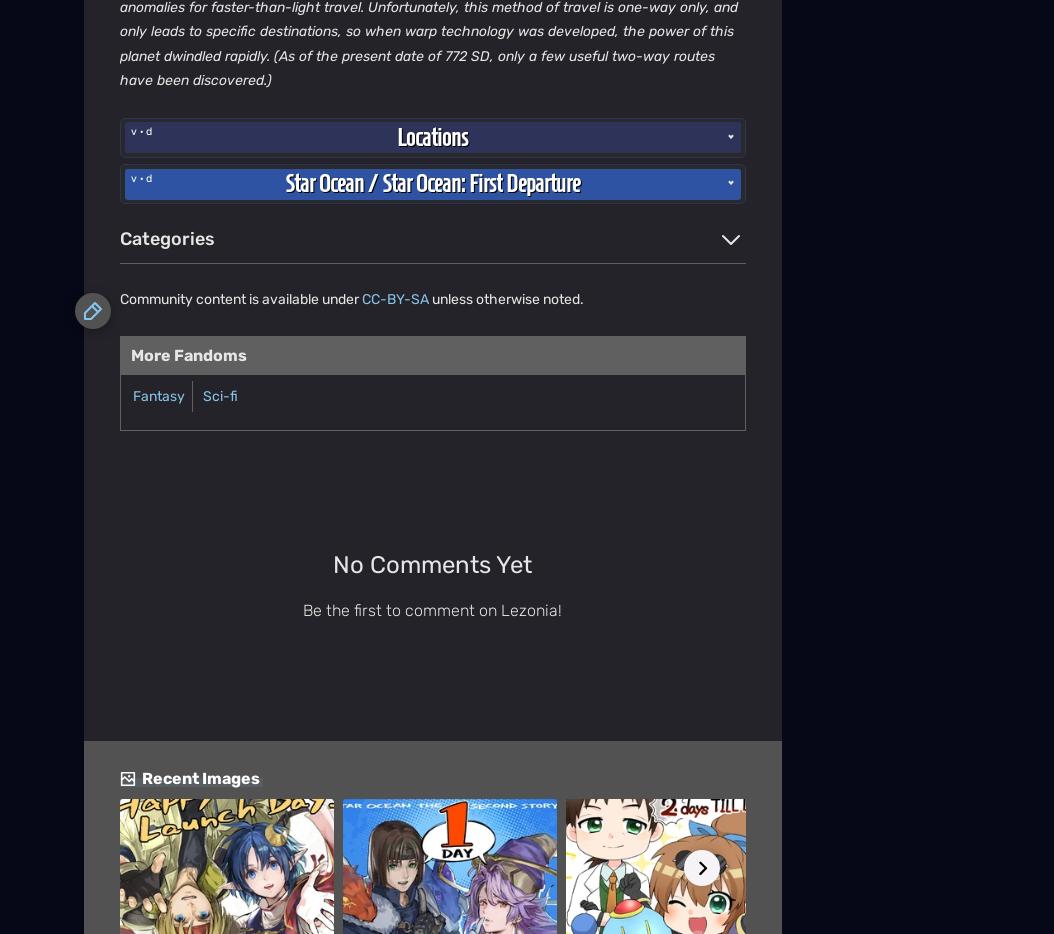 Image resolution: width=1054 pixels, height=934 pixels. Describe the element at coordinates (83, 138) in the screenshot. I see `'Community Central'` at that location.